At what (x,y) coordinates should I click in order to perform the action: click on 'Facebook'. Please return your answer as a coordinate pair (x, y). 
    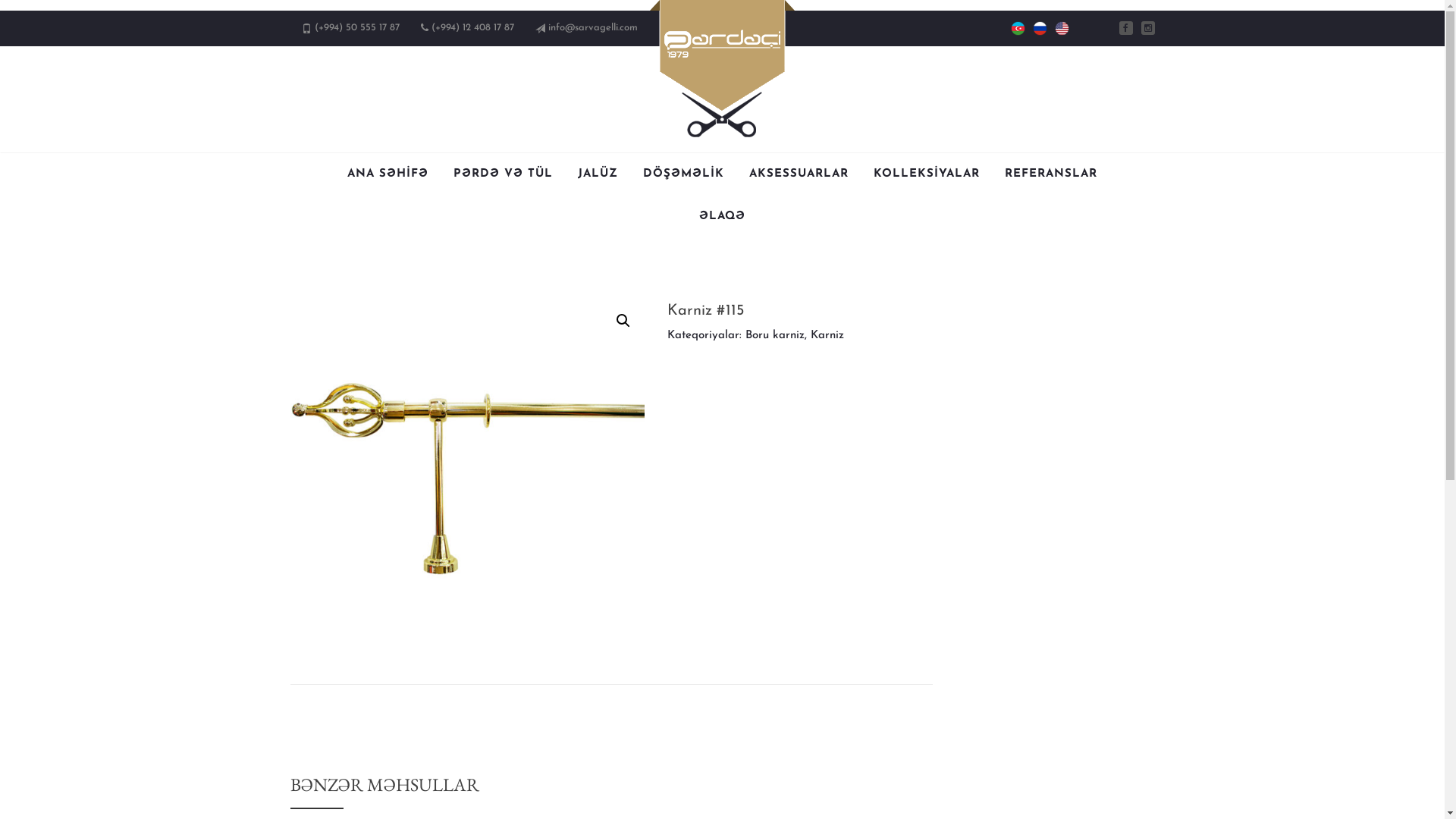
    Looking at the image, I should click on (1125, 28).